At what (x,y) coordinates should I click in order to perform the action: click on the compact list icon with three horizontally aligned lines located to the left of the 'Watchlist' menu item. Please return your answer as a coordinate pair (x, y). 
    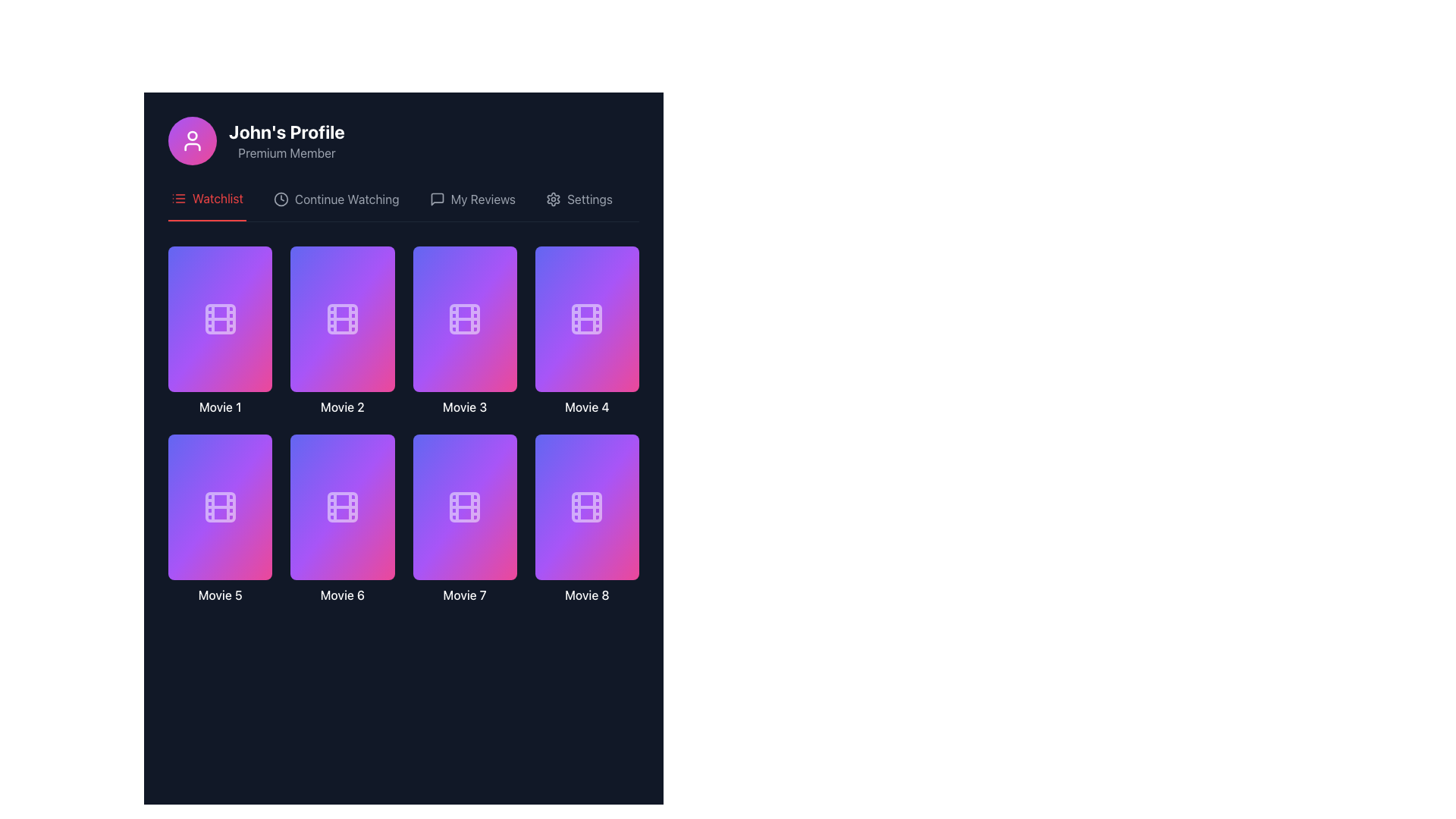
    Looking at the image, I should click on (178, 198).